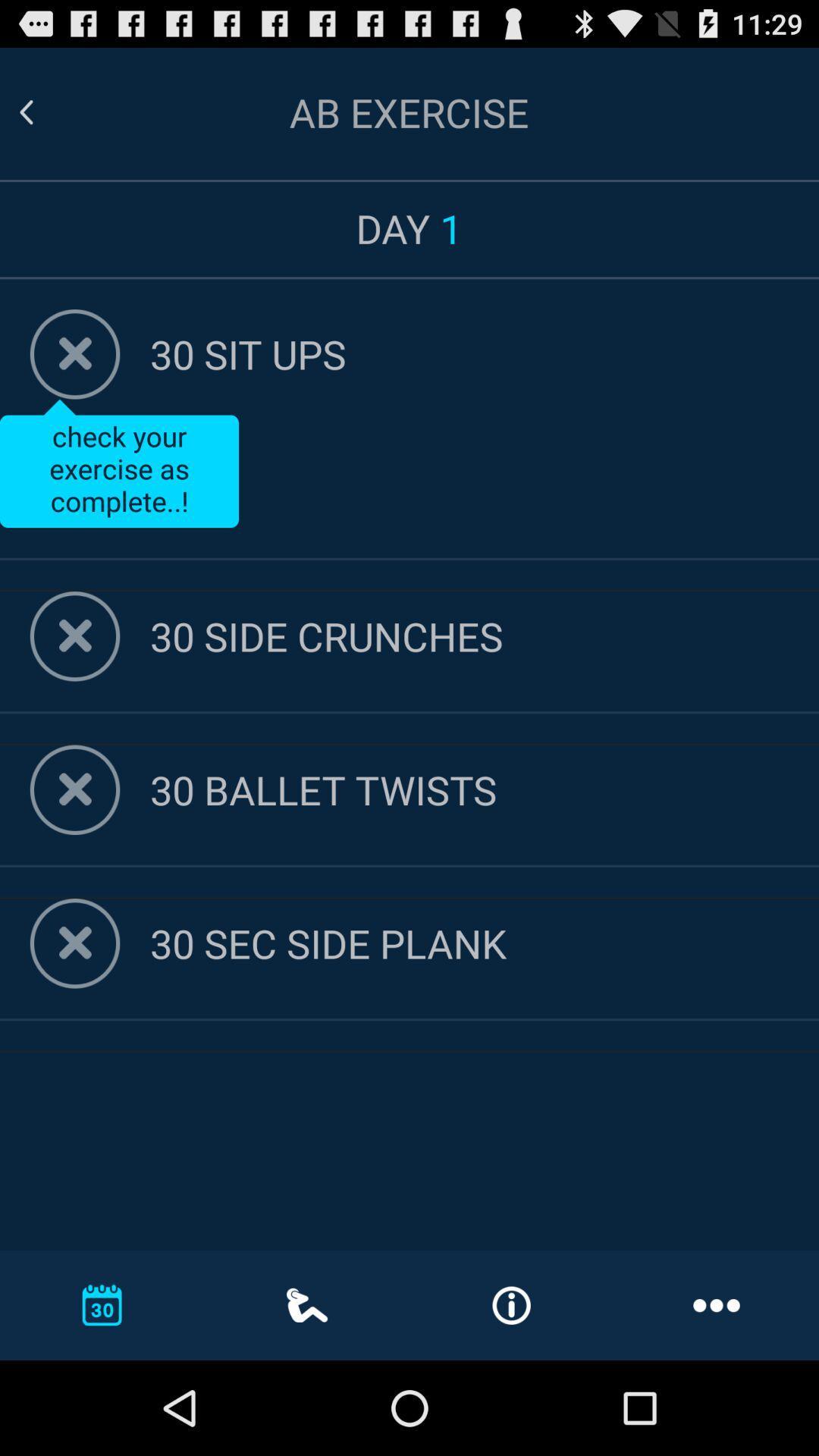 The height and width of the screenshot is (1456, 819). Describe the element at coordinates (75, 943) in the screenshot. I see `check off item button` at that location.